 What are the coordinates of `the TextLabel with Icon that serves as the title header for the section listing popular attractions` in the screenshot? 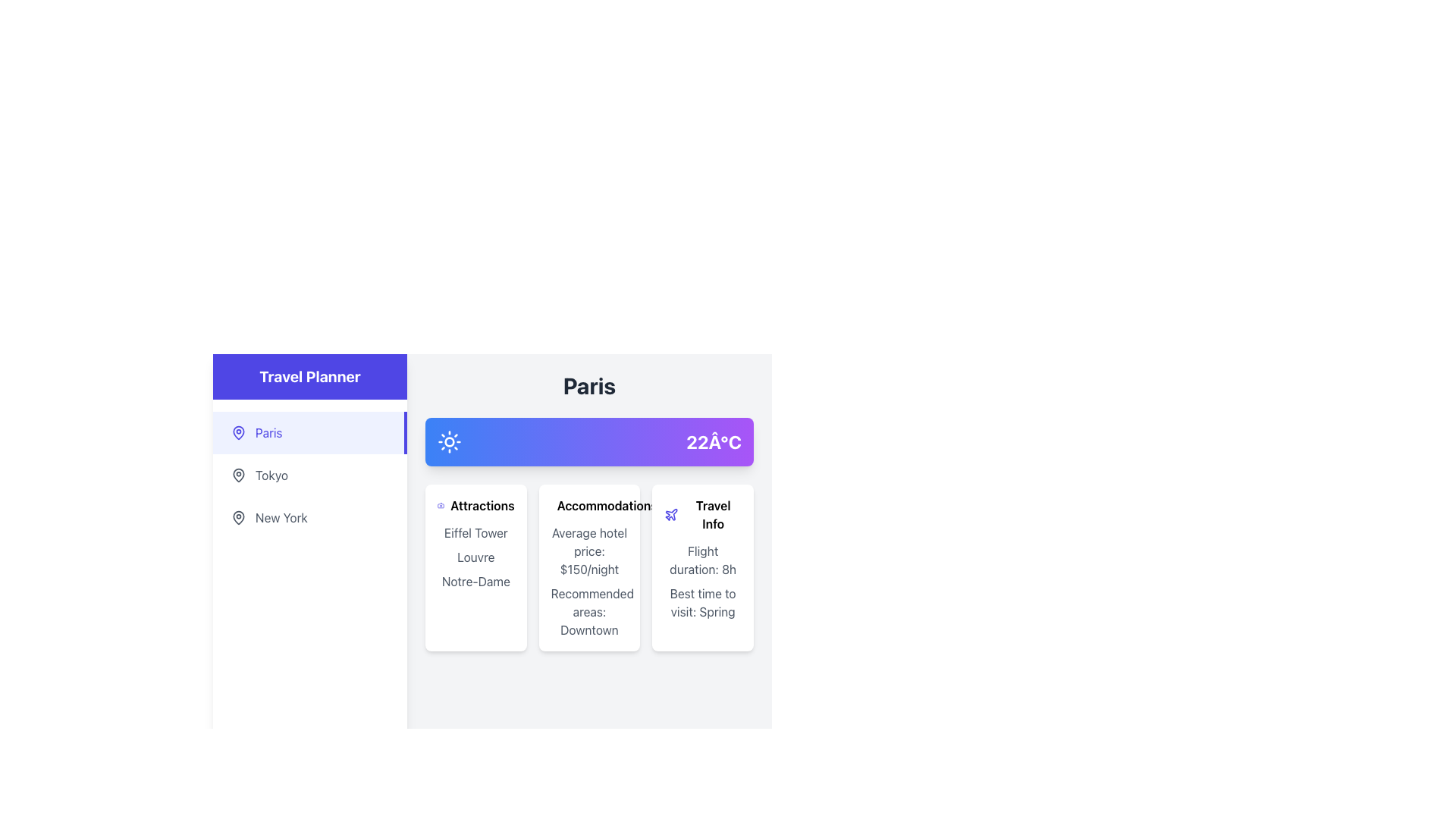 It's located at (475, 506).